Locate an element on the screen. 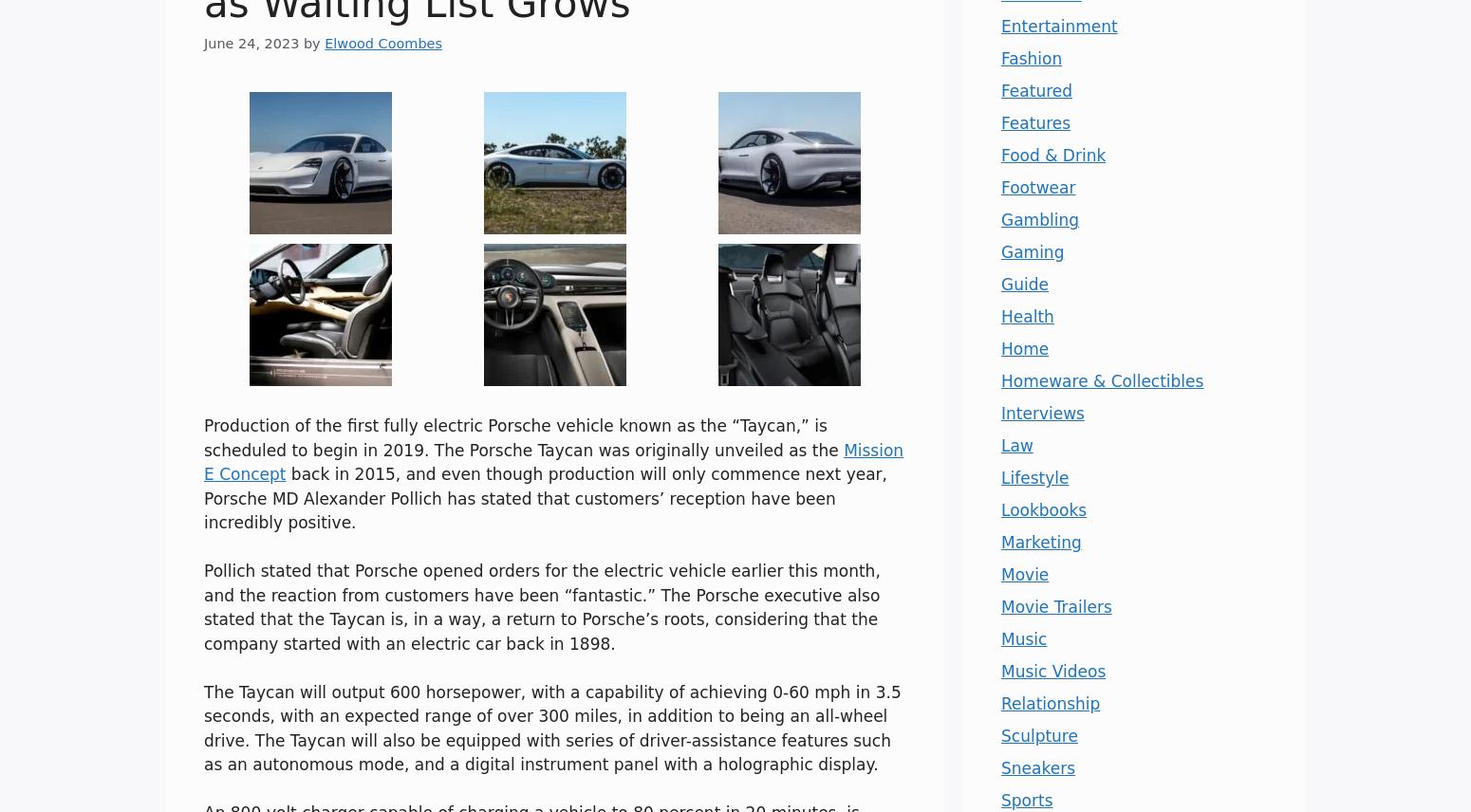 Image resolution: width=1471 pixels, height=812 pixels. 'Music' is located at coordinates (1023, 639).